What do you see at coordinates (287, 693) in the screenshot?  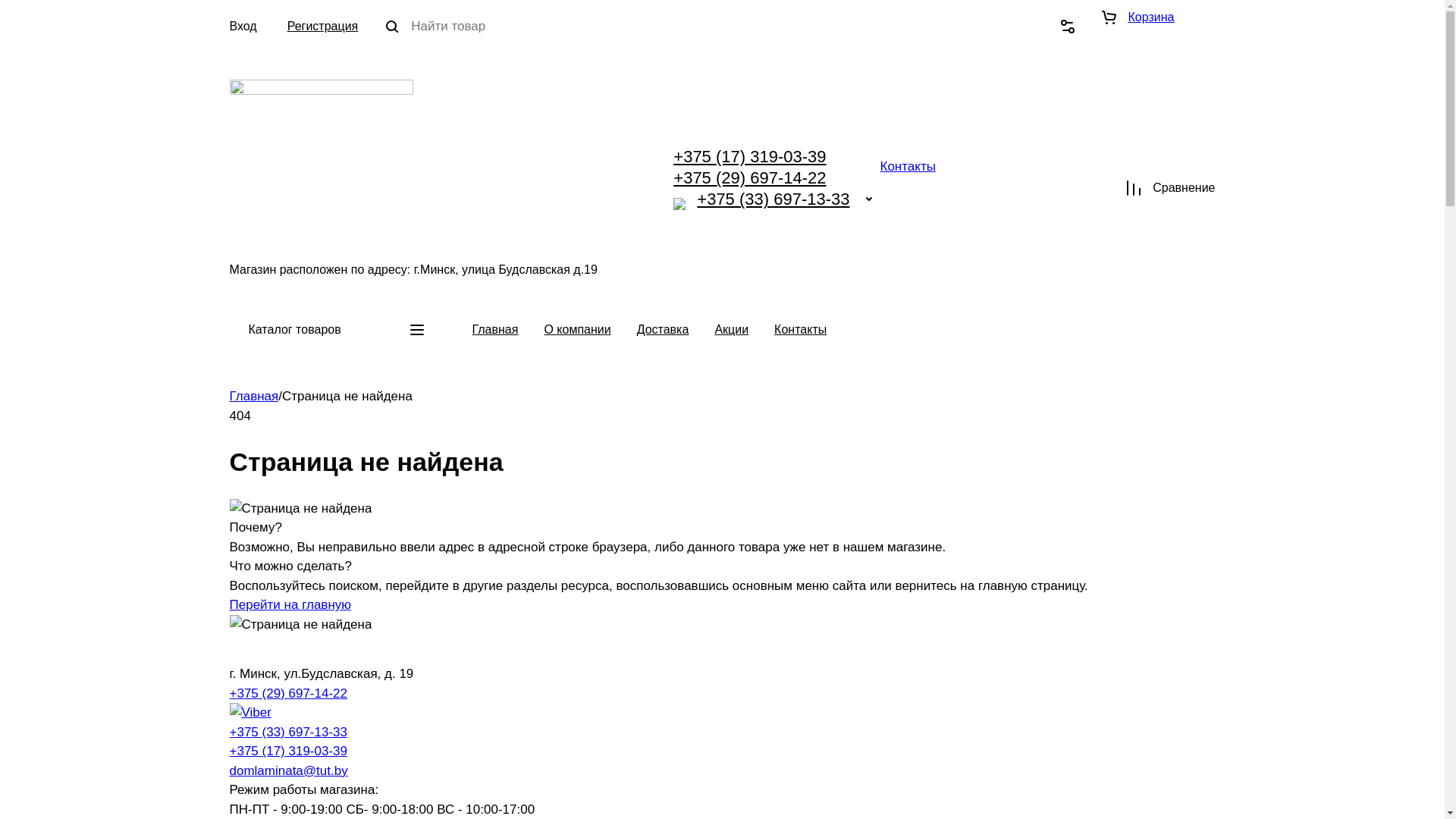 I see `'+375 (29) 697-14-22'` at bounding box center [287, 693].